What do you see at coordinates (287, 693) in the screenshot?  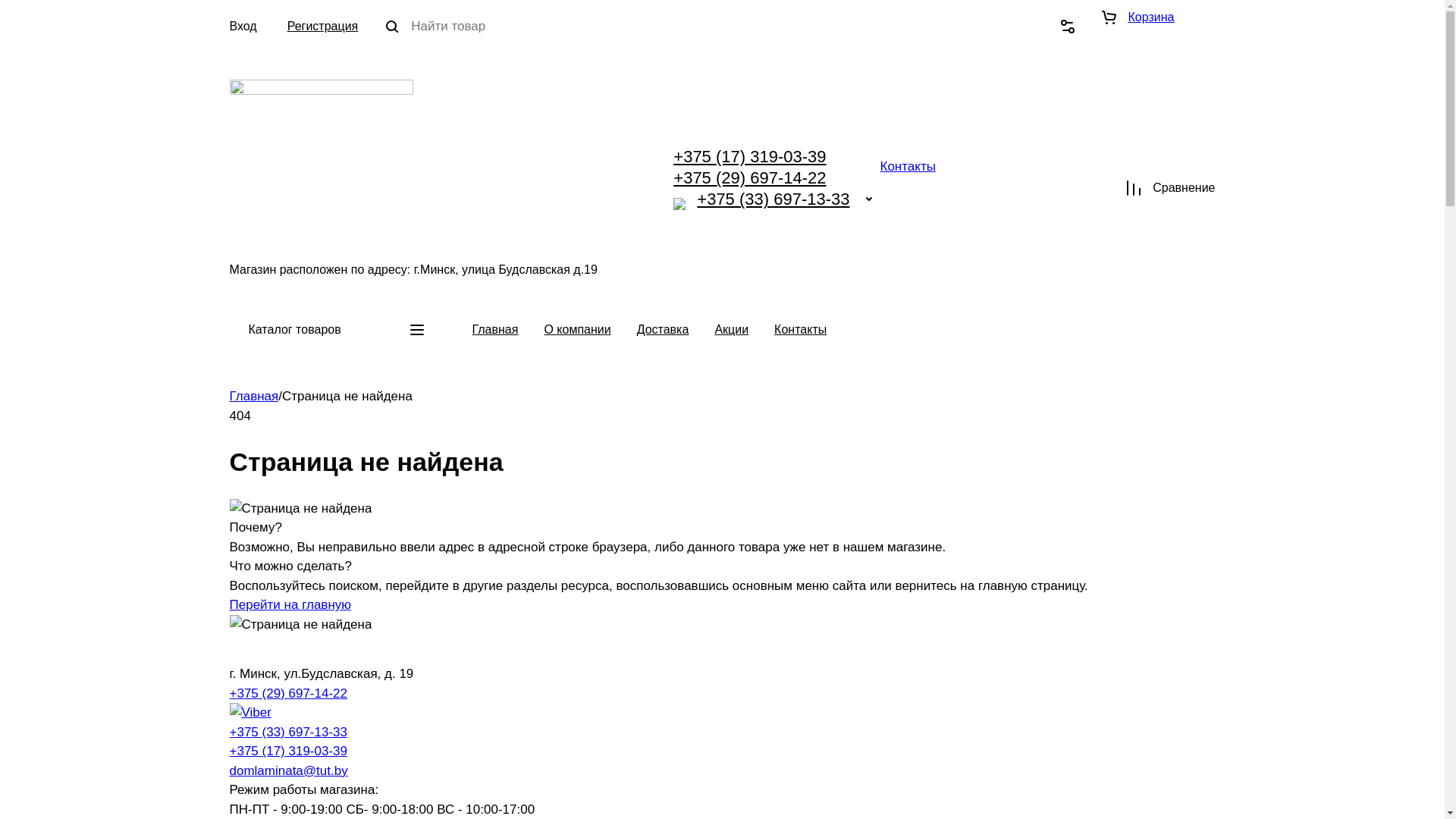 I see `'+375 (29) 697-14-22'` at bounding box center [287, 693].